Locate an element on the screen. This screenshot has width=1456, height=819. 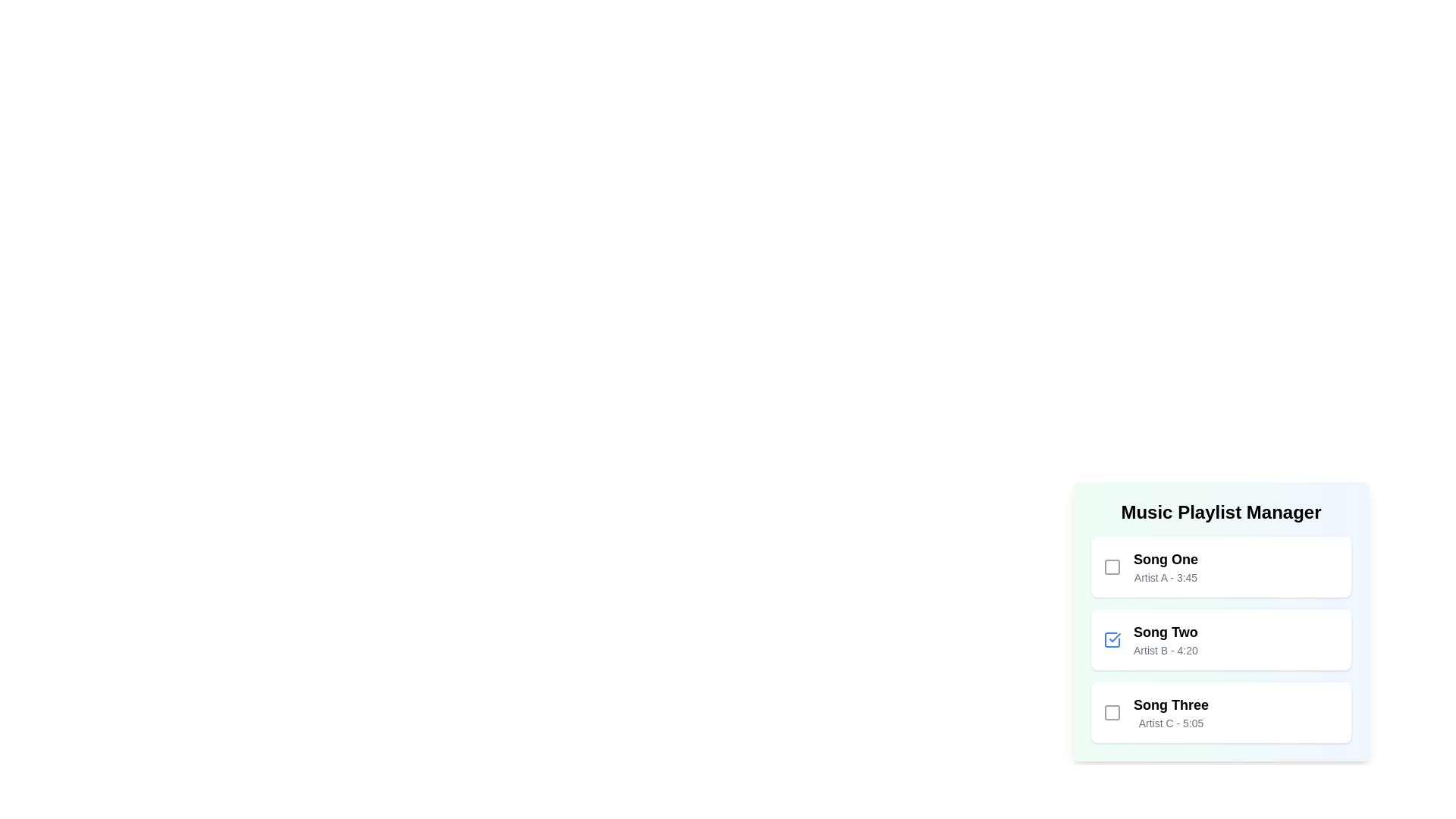
the Text Label displaying the artist name 'Artist B' and the duration '4:20' for the song 'Song Two', located beneath the 'Song Two' header in the playlist is located at coordinates (1165, 649).